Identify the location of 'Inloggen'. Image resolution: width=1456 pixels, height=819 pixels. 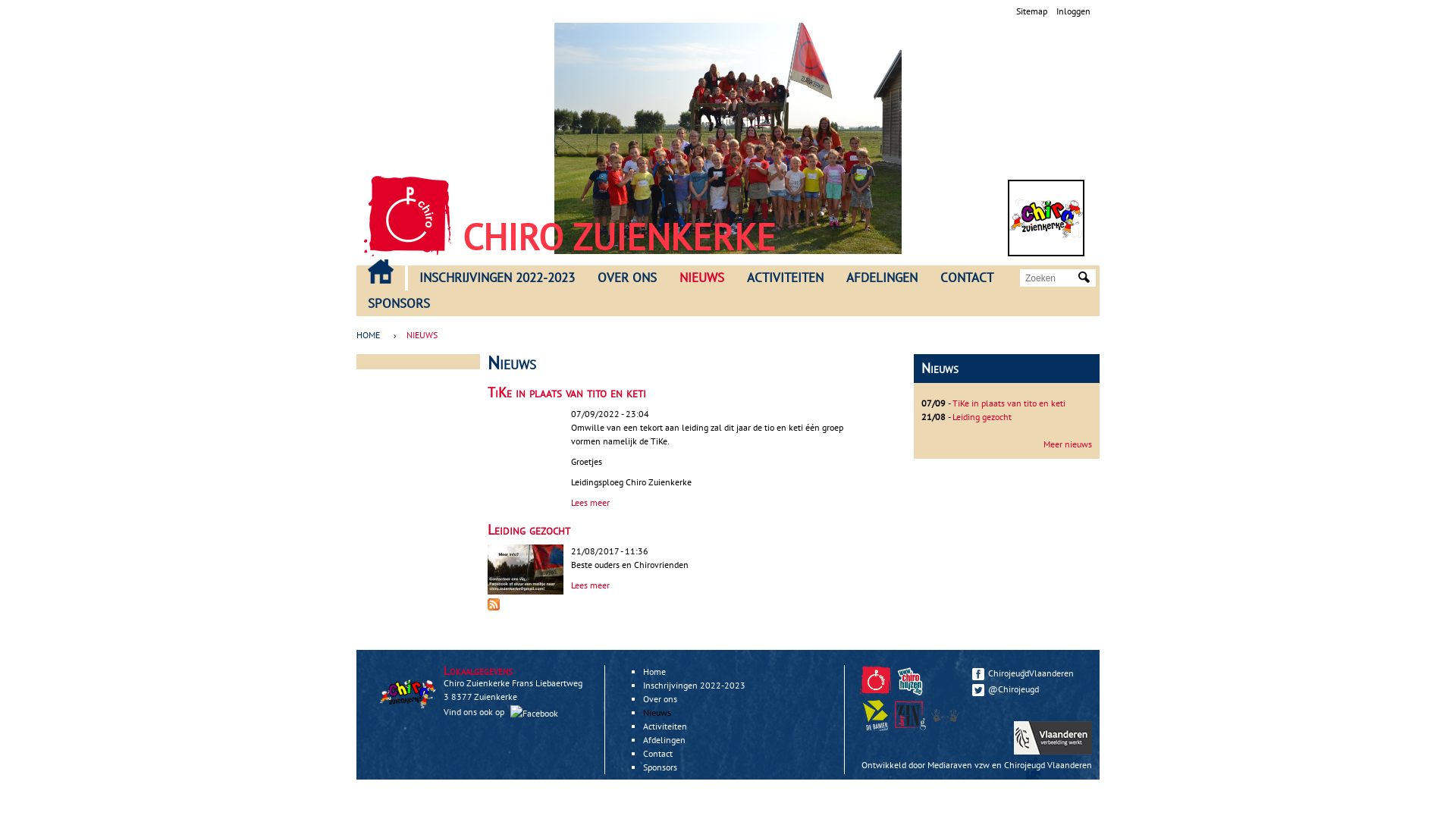
(1072, 11).